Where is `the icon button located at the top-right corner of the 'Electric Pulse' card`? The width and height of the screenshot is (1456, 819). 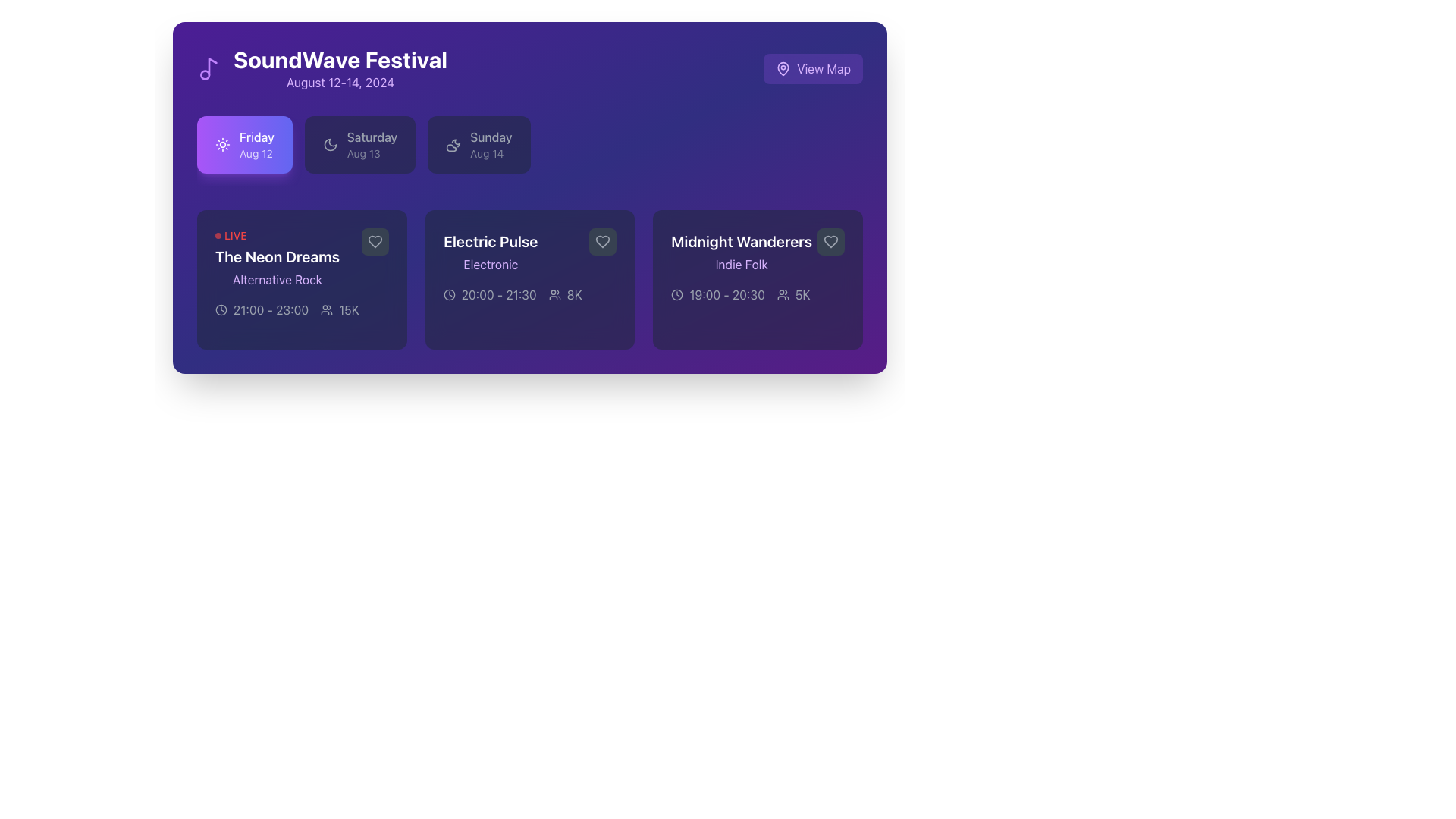 the icon button located at the top-right corner of the 'Electric Pulse' card is located at coordinates (602, 241).